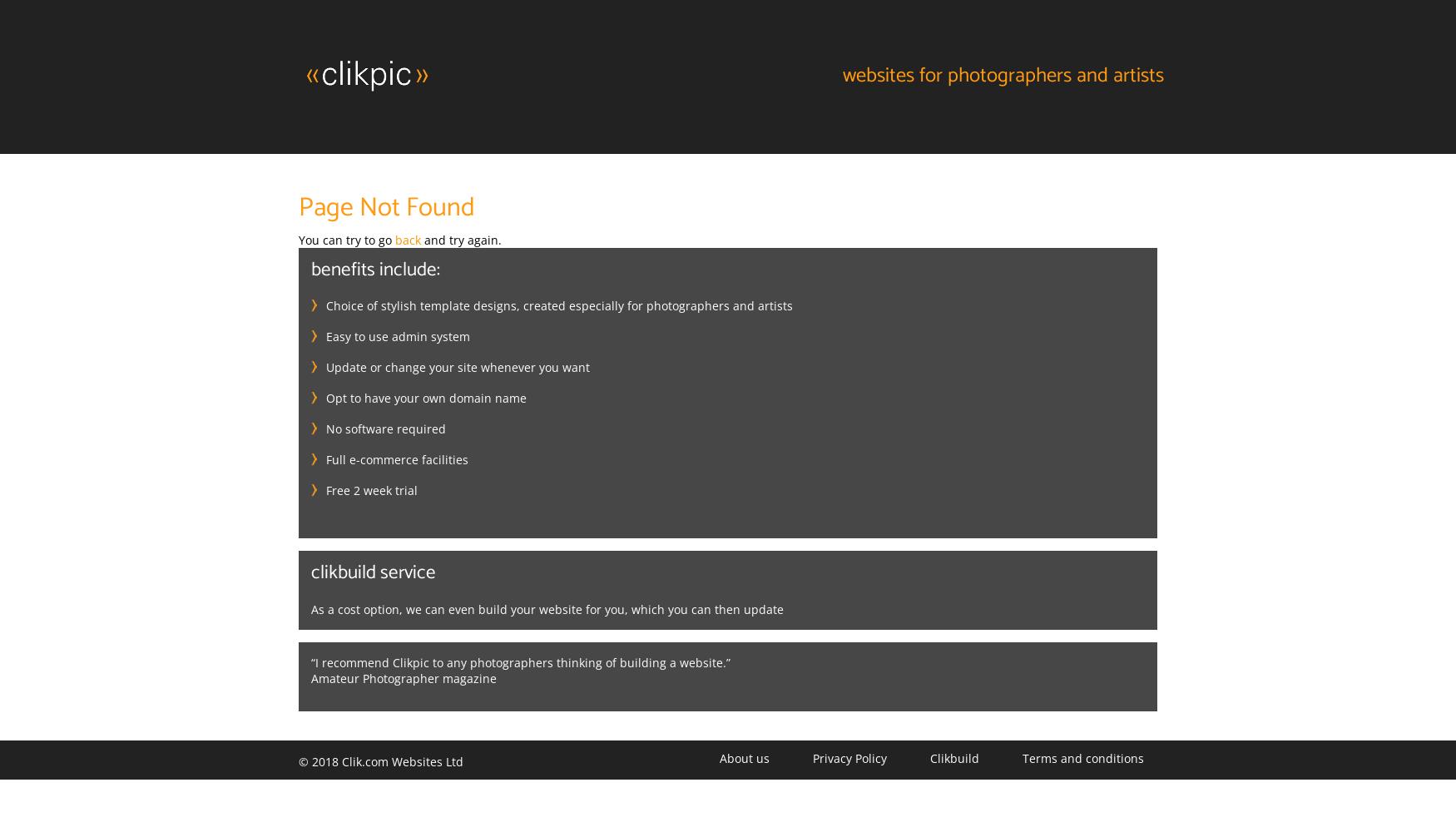  What do you see at coordinates (408, 239) in the screenshot?
I see `'back'` at bounding box center [408, 239].